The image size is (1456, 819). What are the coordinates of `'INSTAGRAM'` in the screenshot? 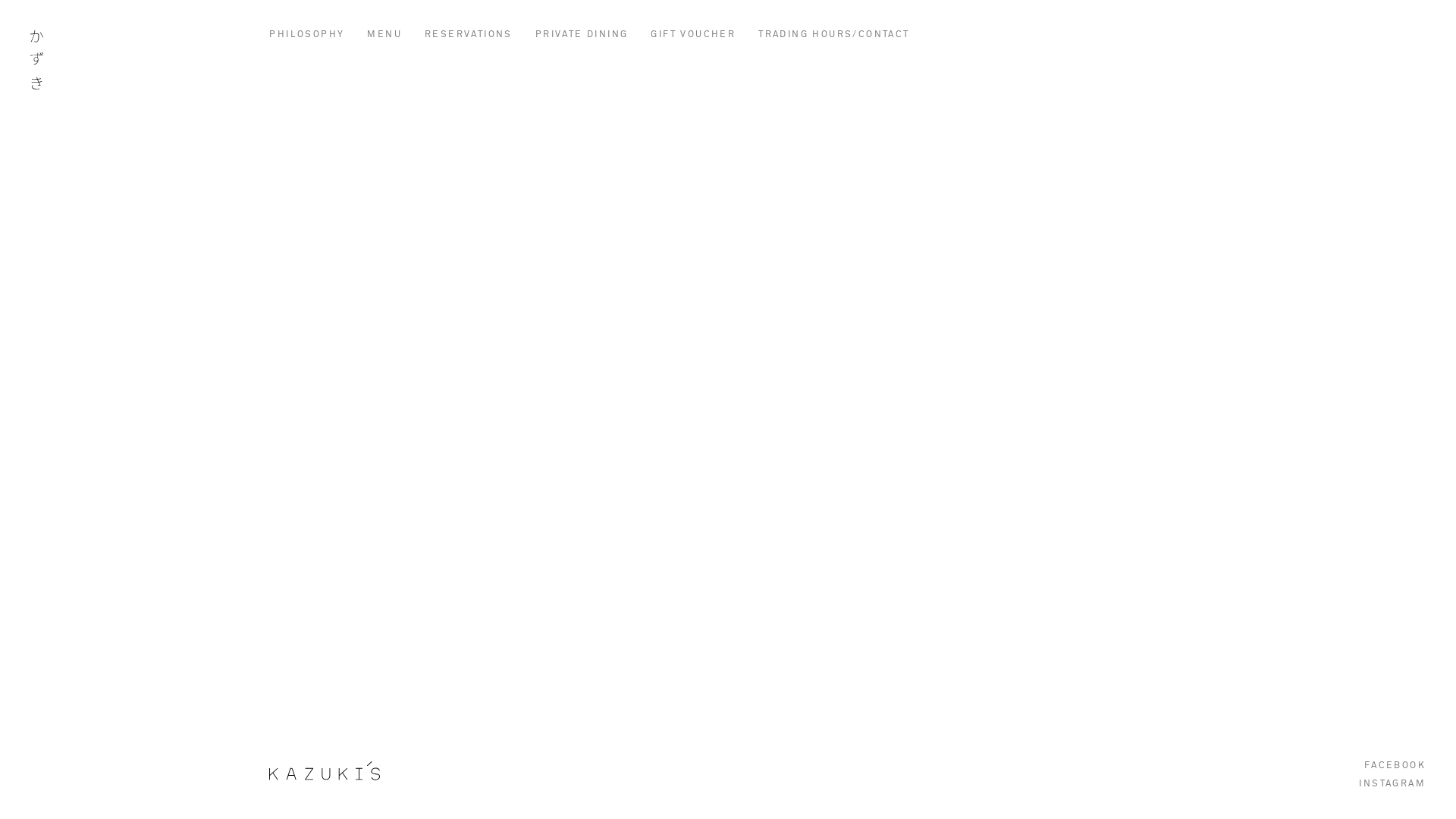 It's located at (1392, 783).